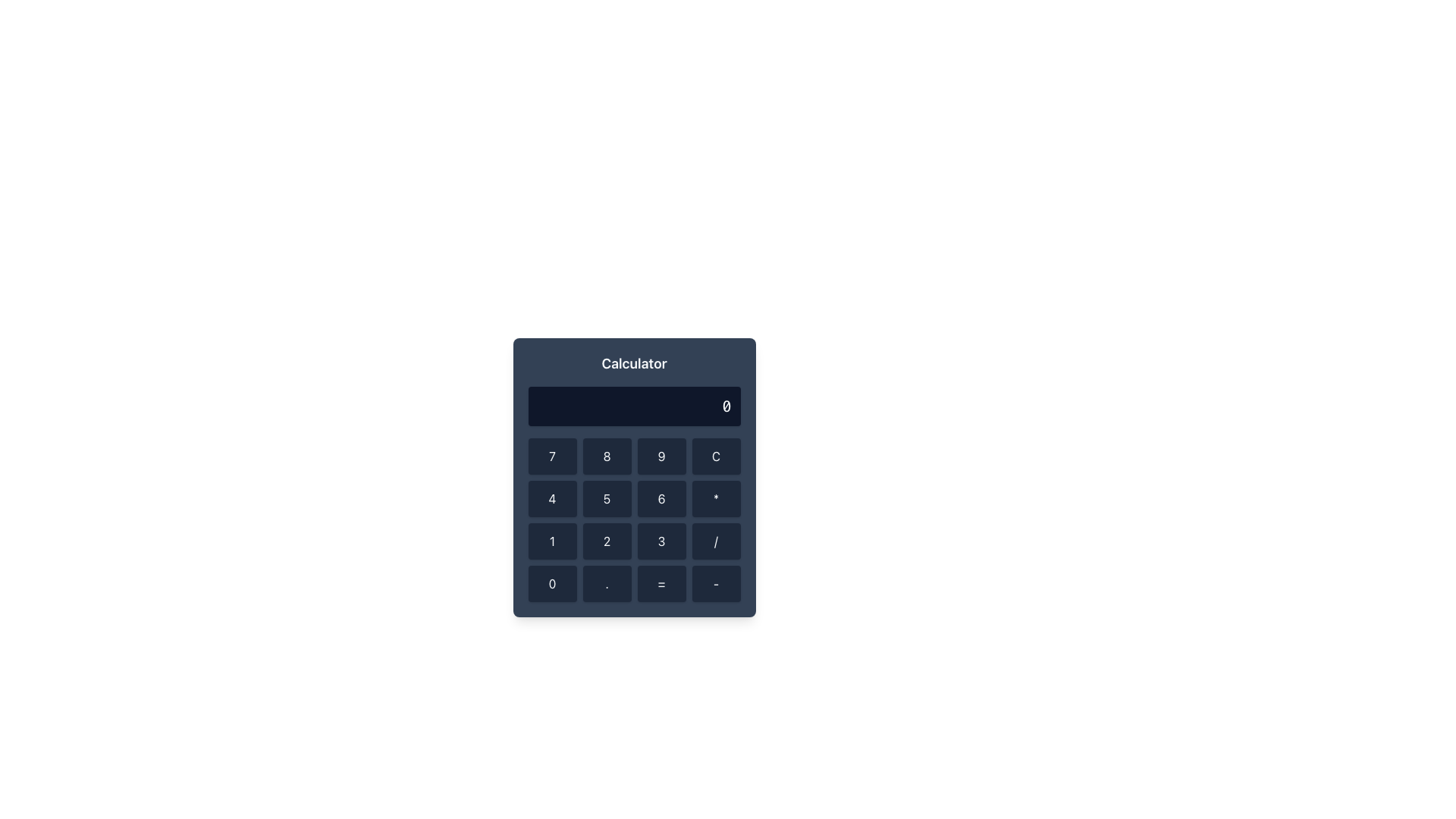 Image resolution: width=1456 pixels, height=819 pixels. What do you see at coordinates (551, 583) in the screenshot?
I see `the button that inputs the value '0' in the calculator-like interface` at bounding box center [551, 583].